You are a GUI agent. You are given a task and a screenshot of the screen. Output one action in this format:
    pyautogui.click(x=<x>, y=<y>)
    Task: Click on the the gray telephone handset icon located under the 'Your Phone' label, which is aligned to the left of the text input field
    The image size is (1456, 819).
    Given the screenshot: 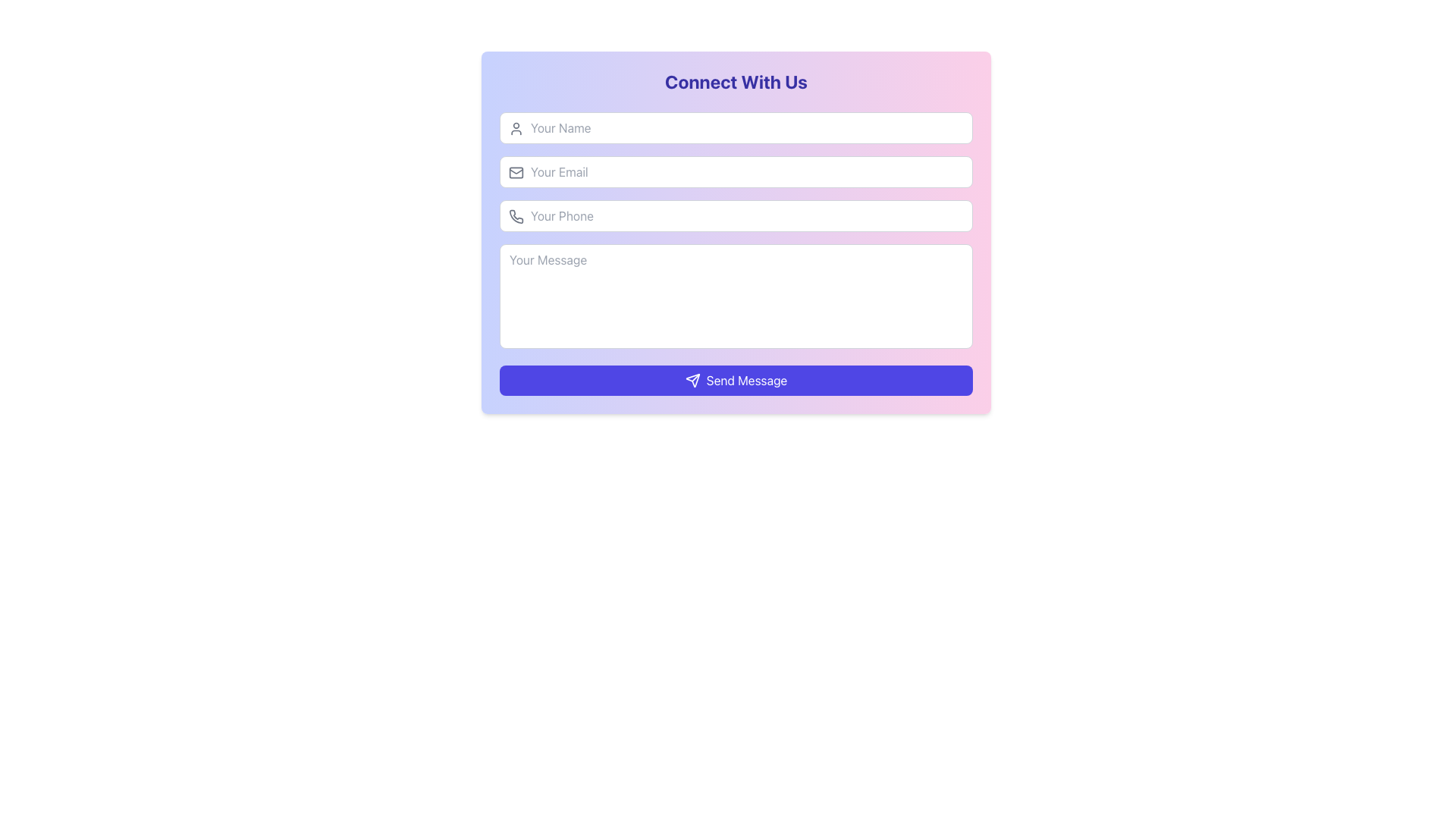 What is the action you would take?
    pyautogui.click(x=516, y=216)
    